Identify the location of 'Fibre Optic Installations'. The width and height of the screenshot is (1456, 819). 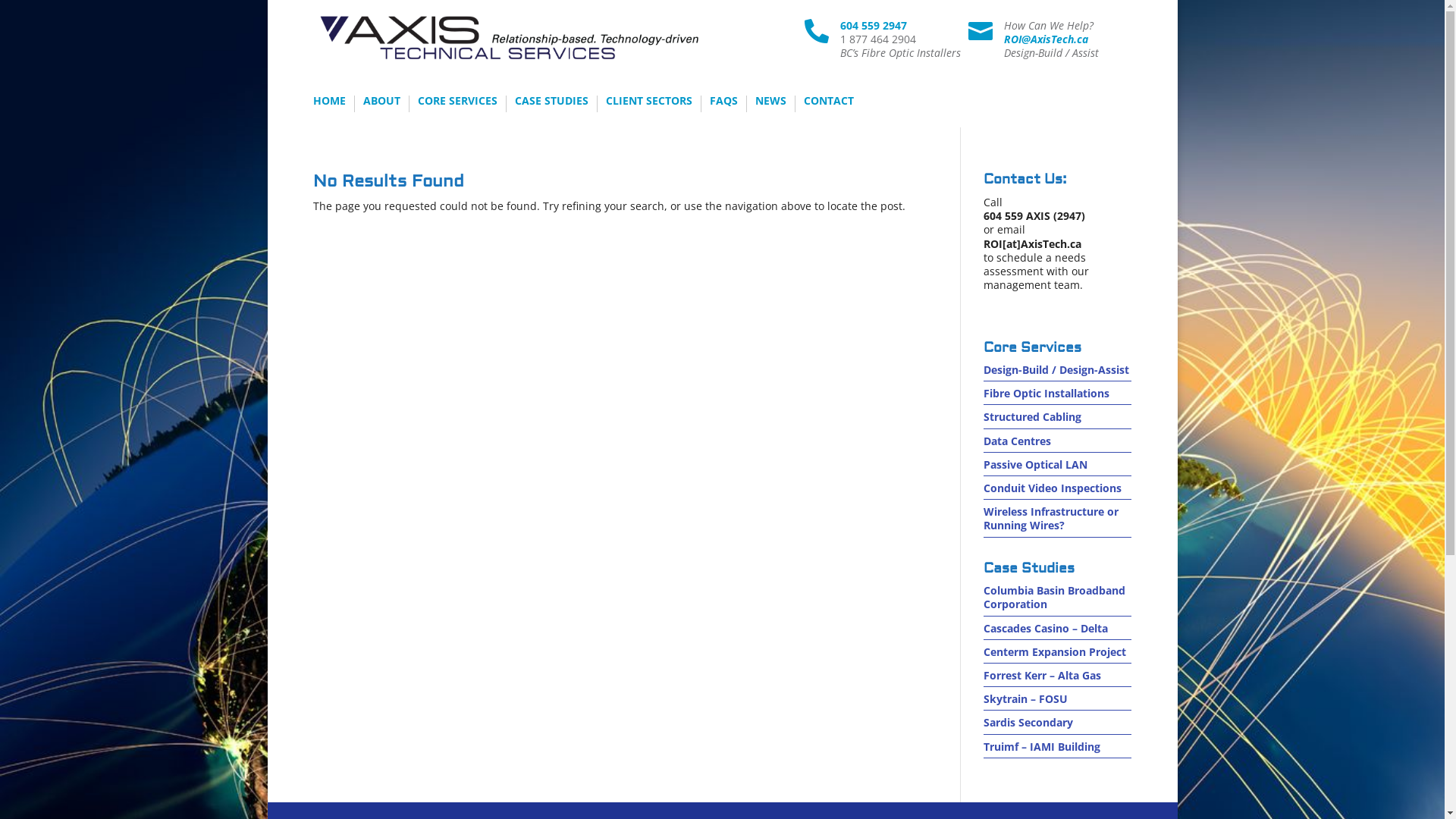
(983, 392).